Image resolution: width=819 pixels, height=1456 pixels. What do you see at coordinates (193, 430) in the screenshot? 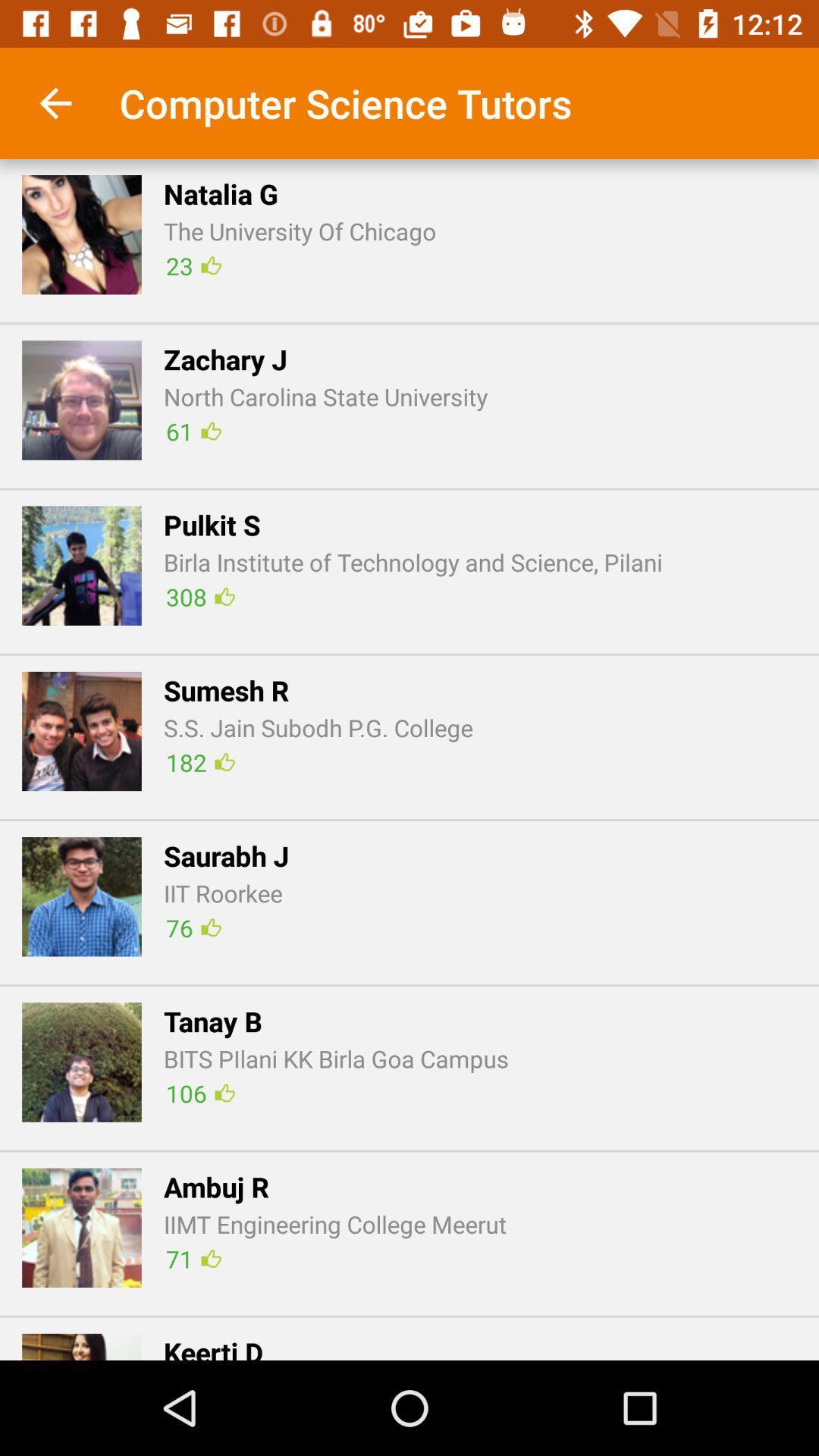
I see `the item below north carolina state icon` at bounding box center [193, 430].